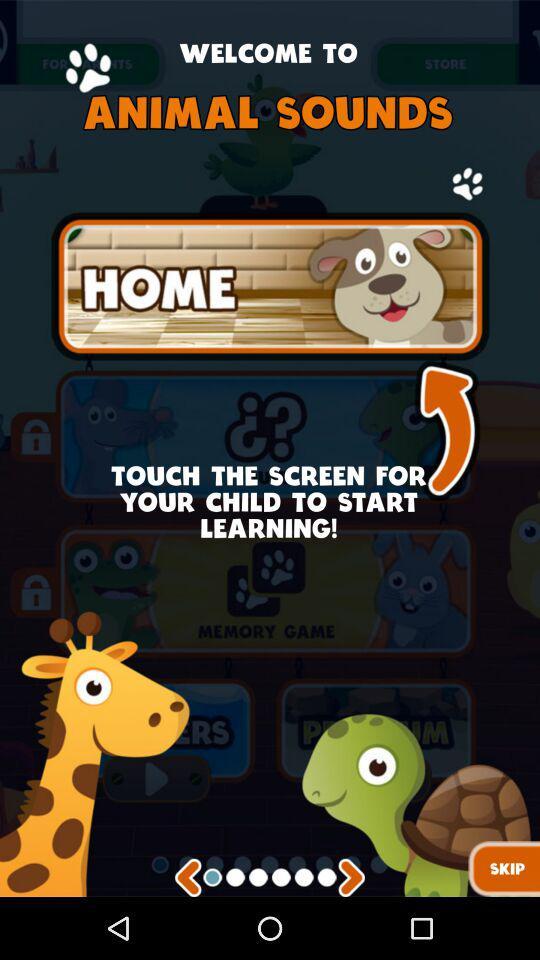 This screenshot has height=960, width=540. Describe the element at coordinates (351, 877) in the screenshot. I see `right arrow to the left of skip at the bottom of the web page` at that location.